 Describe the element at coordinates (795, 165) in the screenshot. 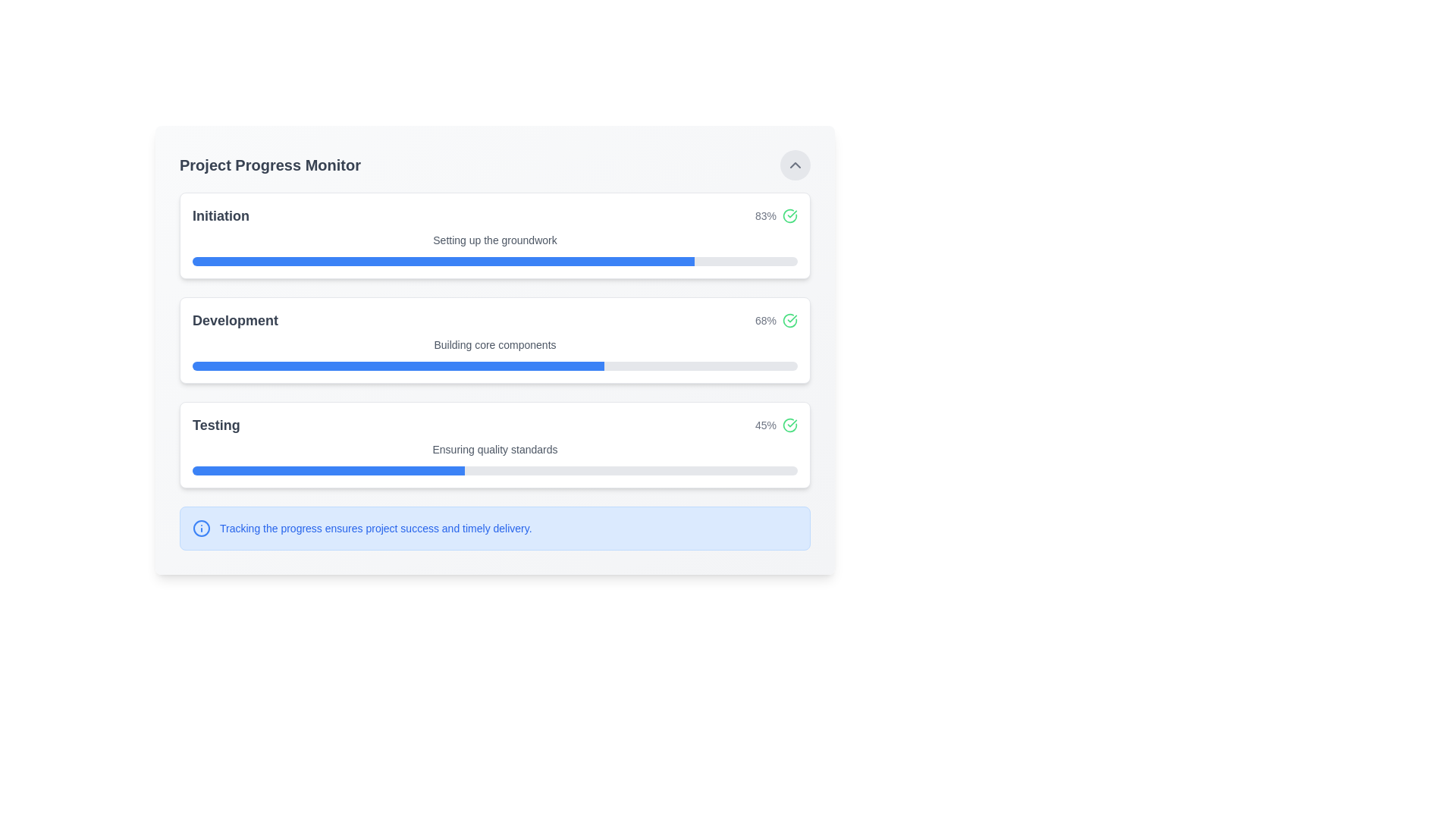

I see `the circular button with a gray background and an upward-pointing chevron arrow icon located` at that location.